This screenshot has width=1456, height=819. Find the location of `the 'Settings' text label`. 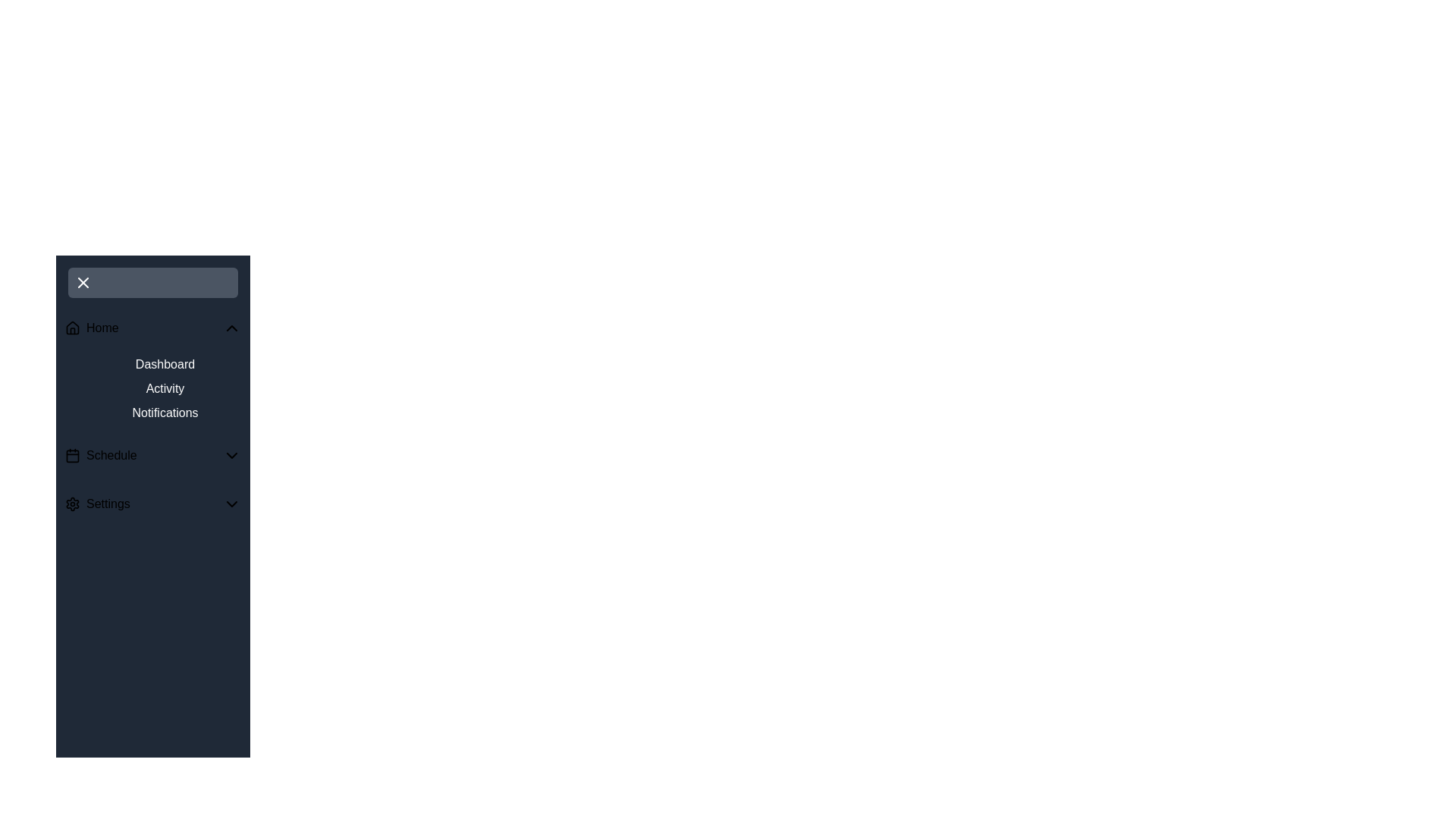

the 'Settings' text label is located at coordinates (107, 504).